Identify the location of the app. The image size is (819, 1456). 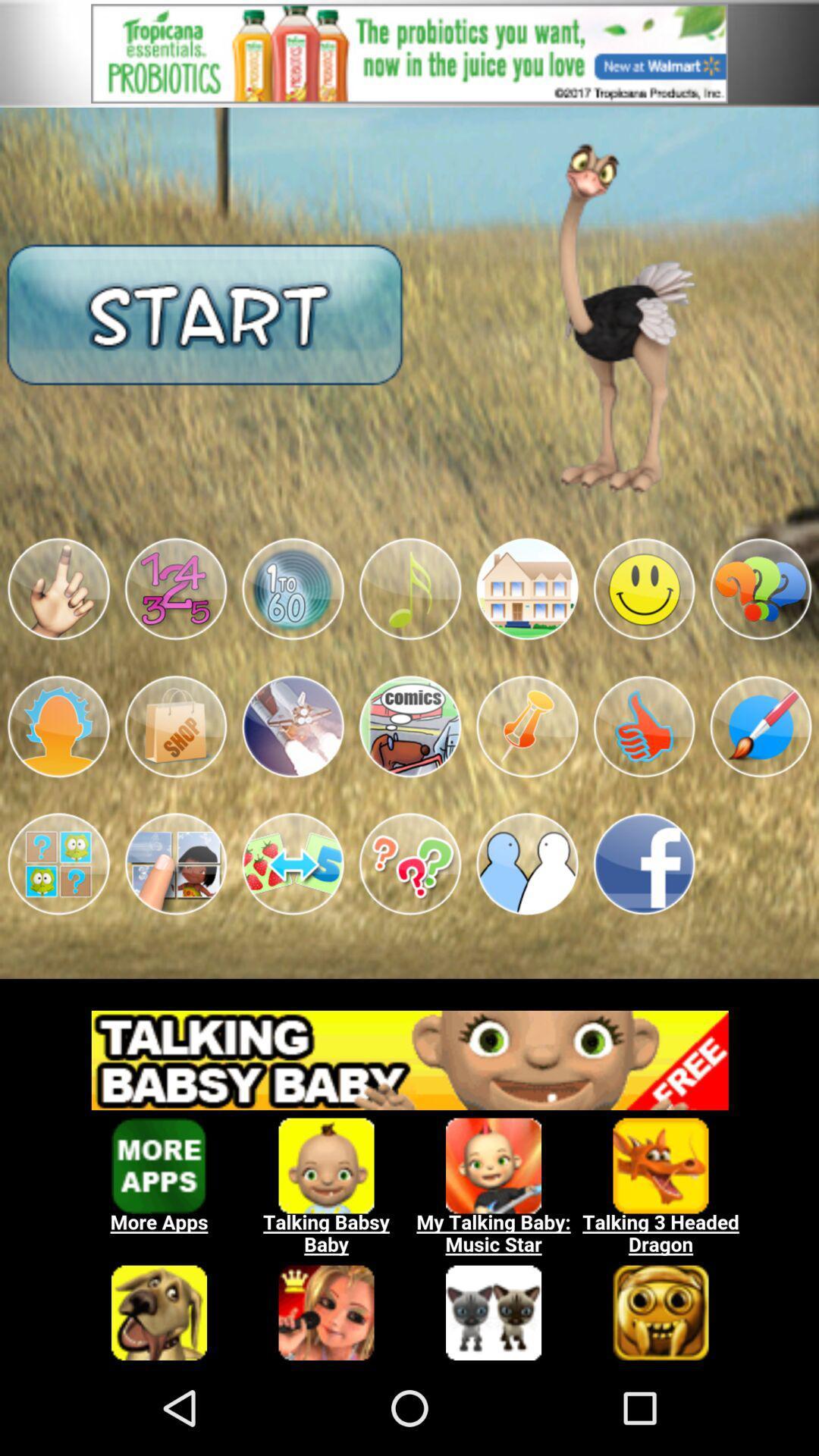
(409, 864).